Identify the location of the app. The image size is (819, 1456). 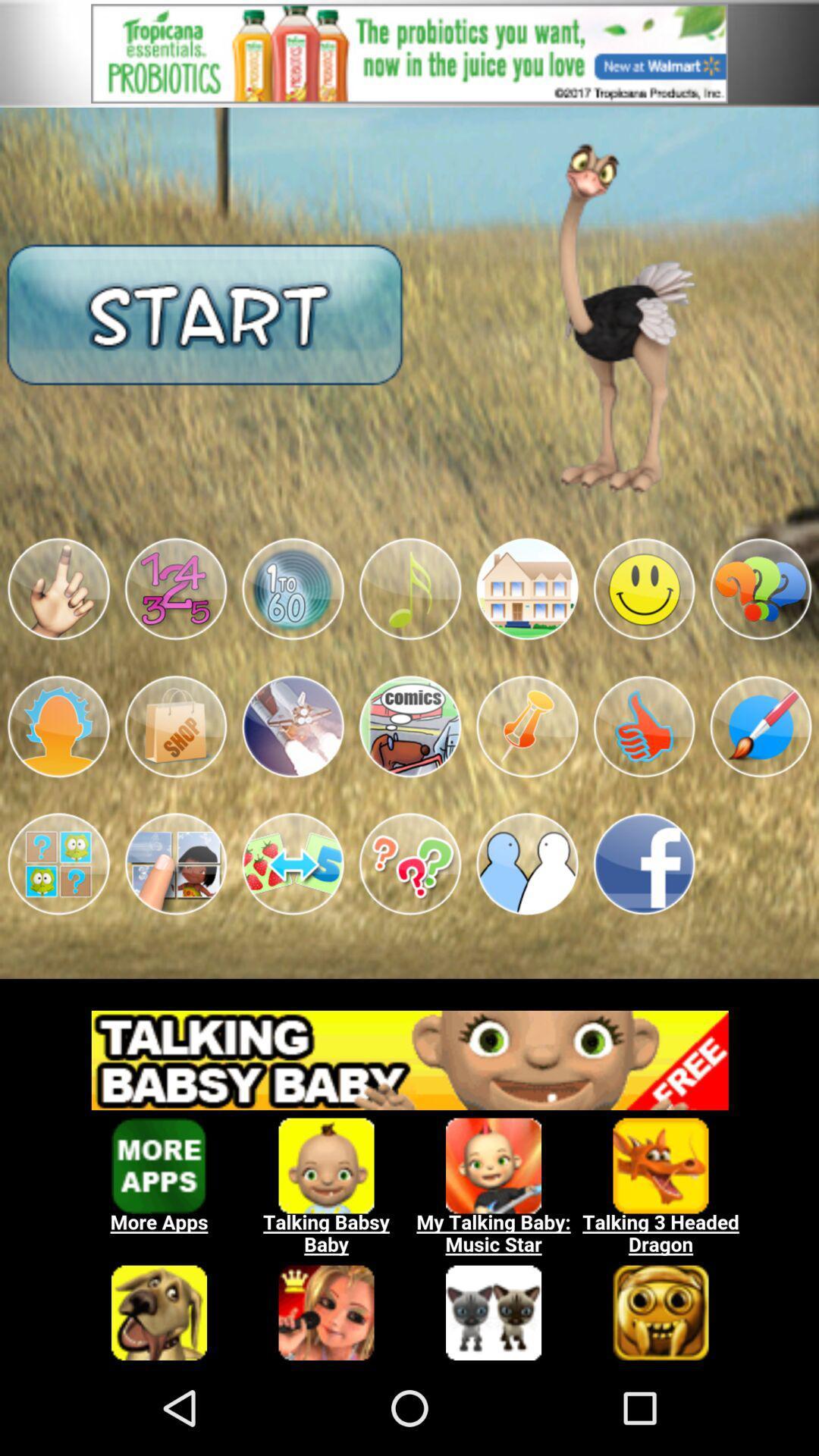
(409, 864).